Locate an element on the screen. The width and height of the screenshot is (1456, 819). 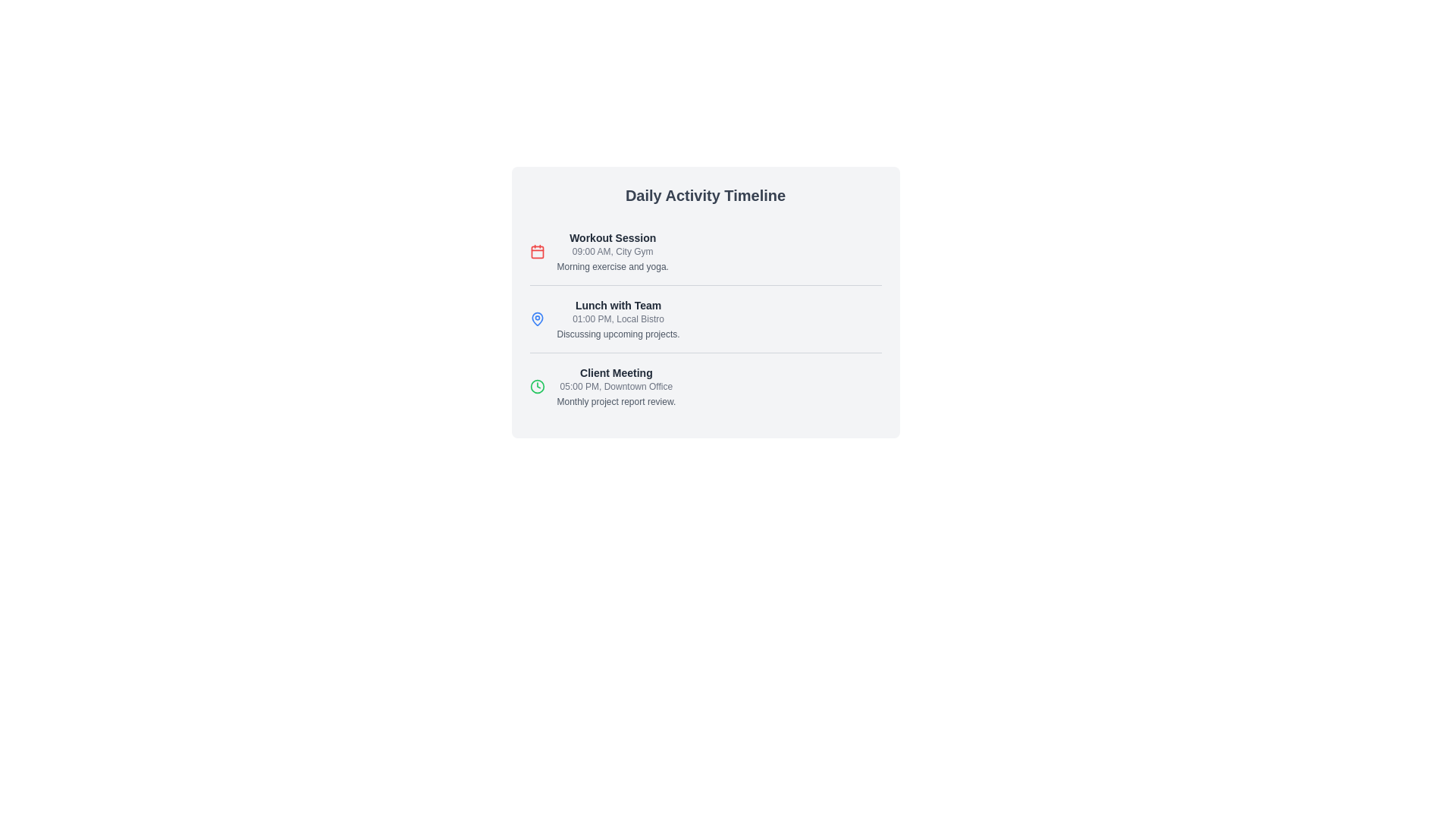
the text element that reads 'Morning exercise and yoga.', which is styled in a small, gray font and is positioned below the '09:00 AM, City Gym' element within the 'Workout Session' group is located at coordinates (613, 265).